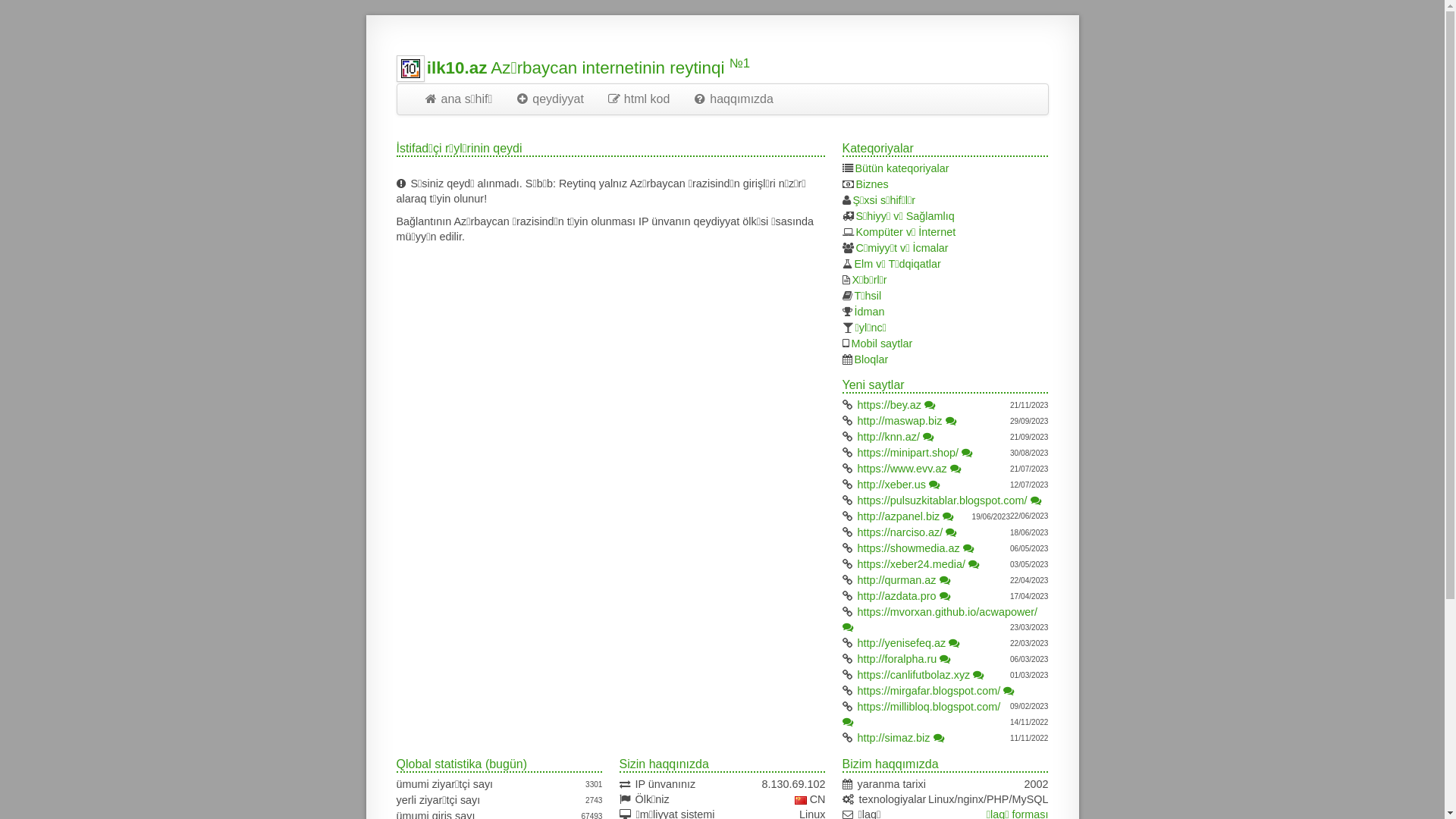  What do you see at coordinates (928, 707) in the screenshot?
I see `'https://millibloq.blogspot.com/'` at bounding box center [928, 707].